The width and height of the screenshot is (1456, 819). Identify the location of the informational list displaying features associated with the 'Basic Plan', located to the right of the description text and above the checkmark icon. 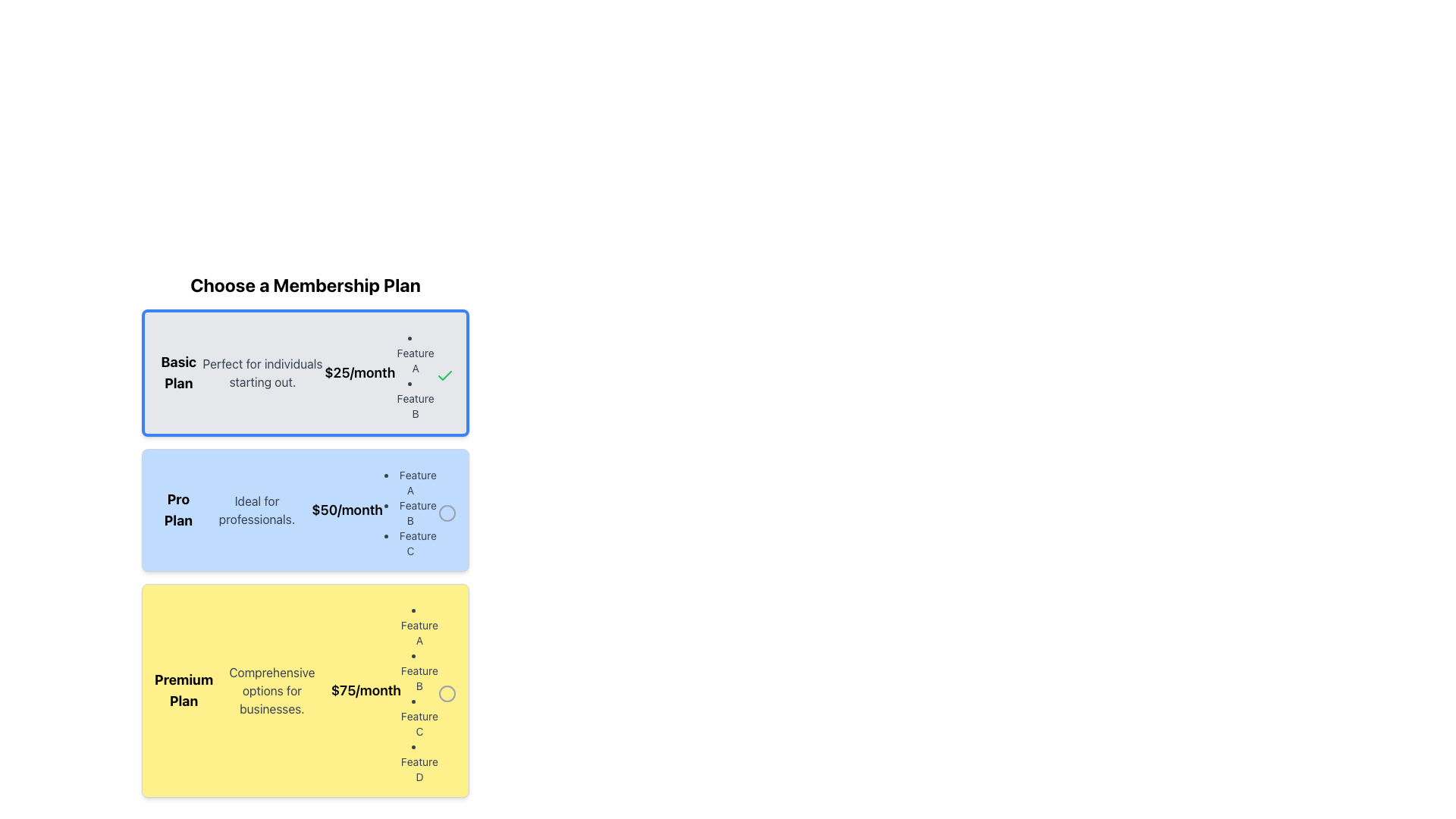
(416, 375).